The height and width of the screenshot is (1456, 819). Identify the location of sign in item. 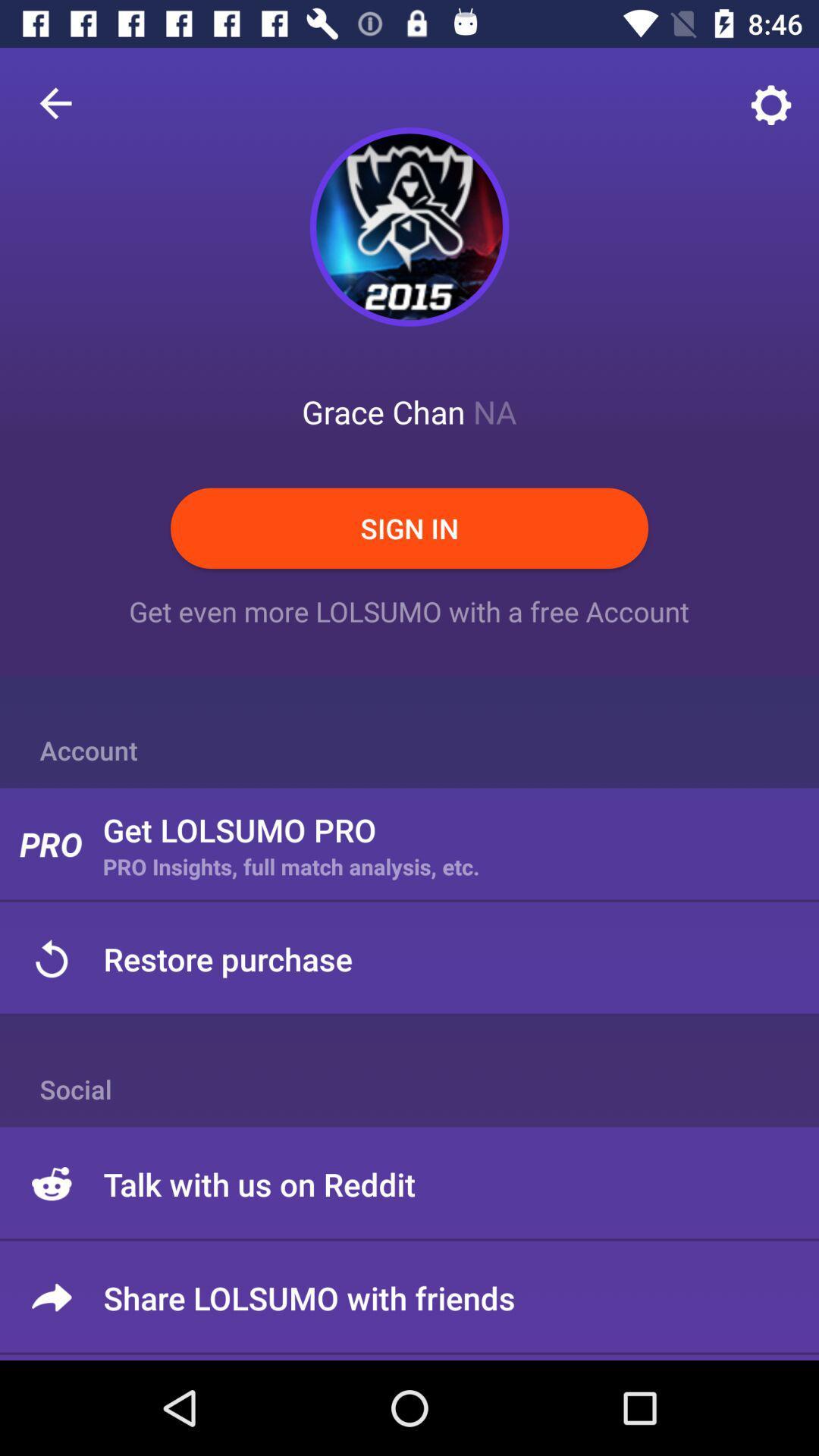
(409, 528).